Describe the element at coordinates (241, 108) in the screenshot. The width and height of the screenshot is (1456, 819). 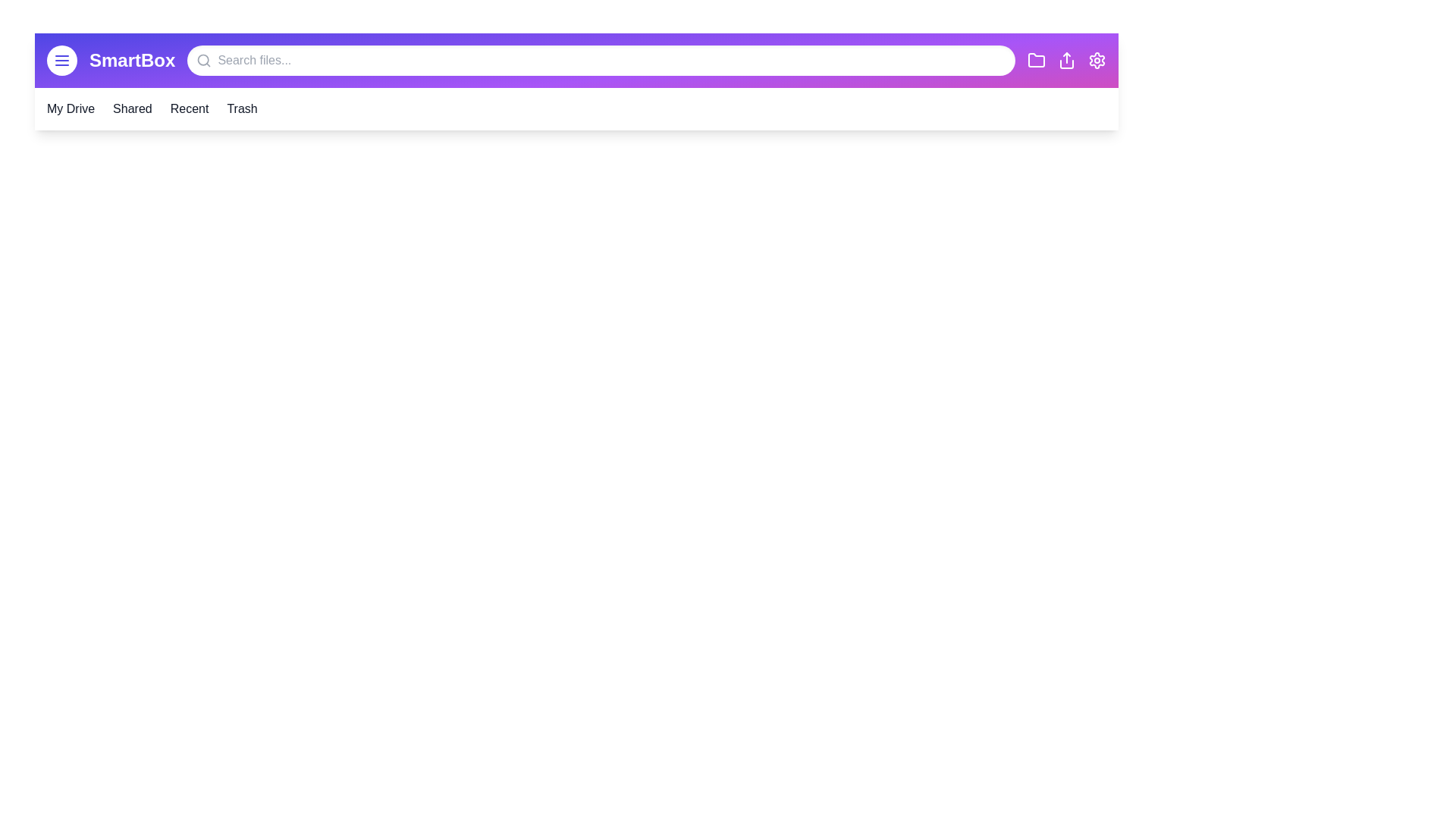
I see `the 'Trash' section to navigate to it` at that location.